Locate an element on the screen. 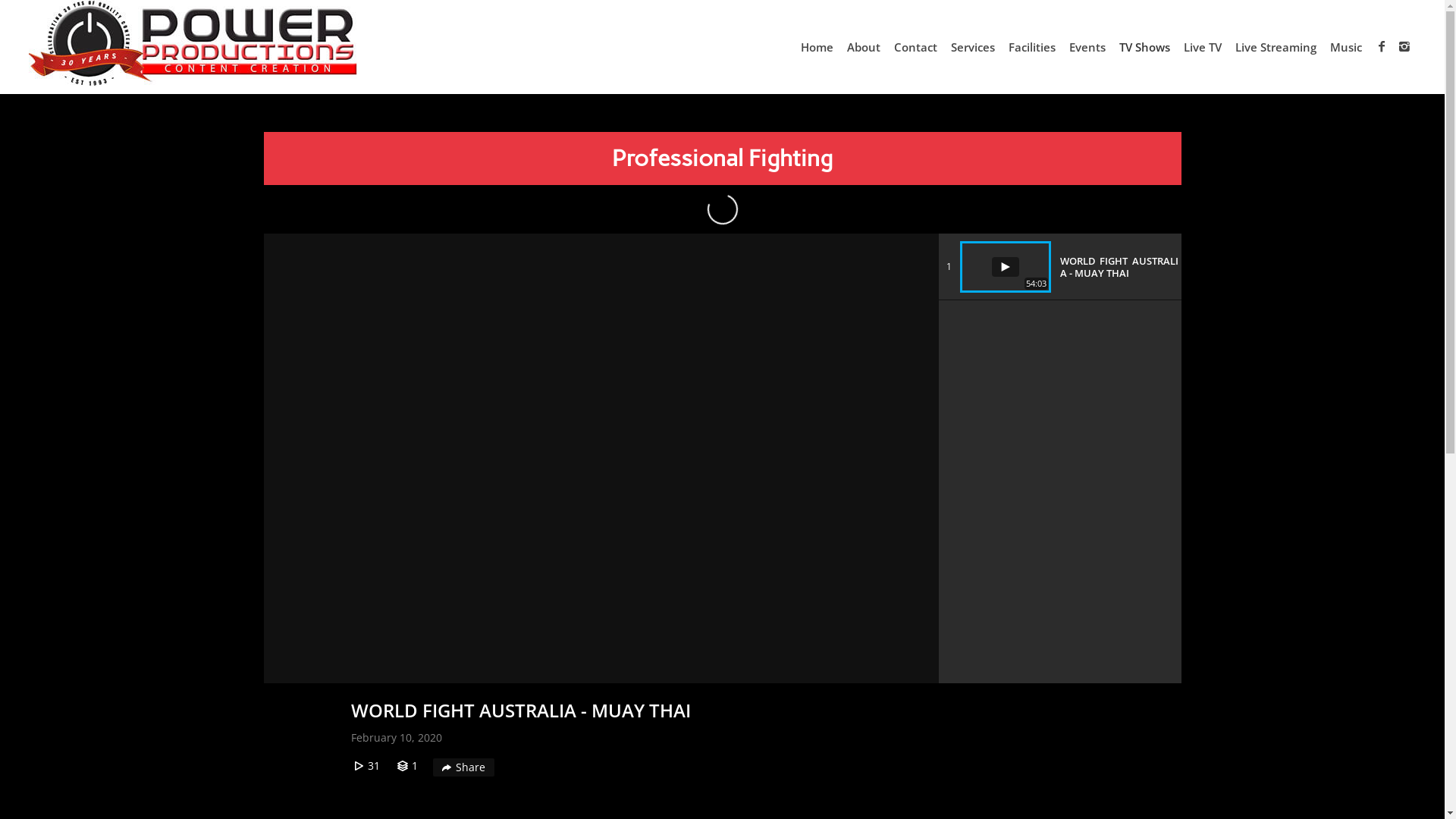 This screenshot has width=1456, height=819. 'Events' is located at coordinates (1087, 45).